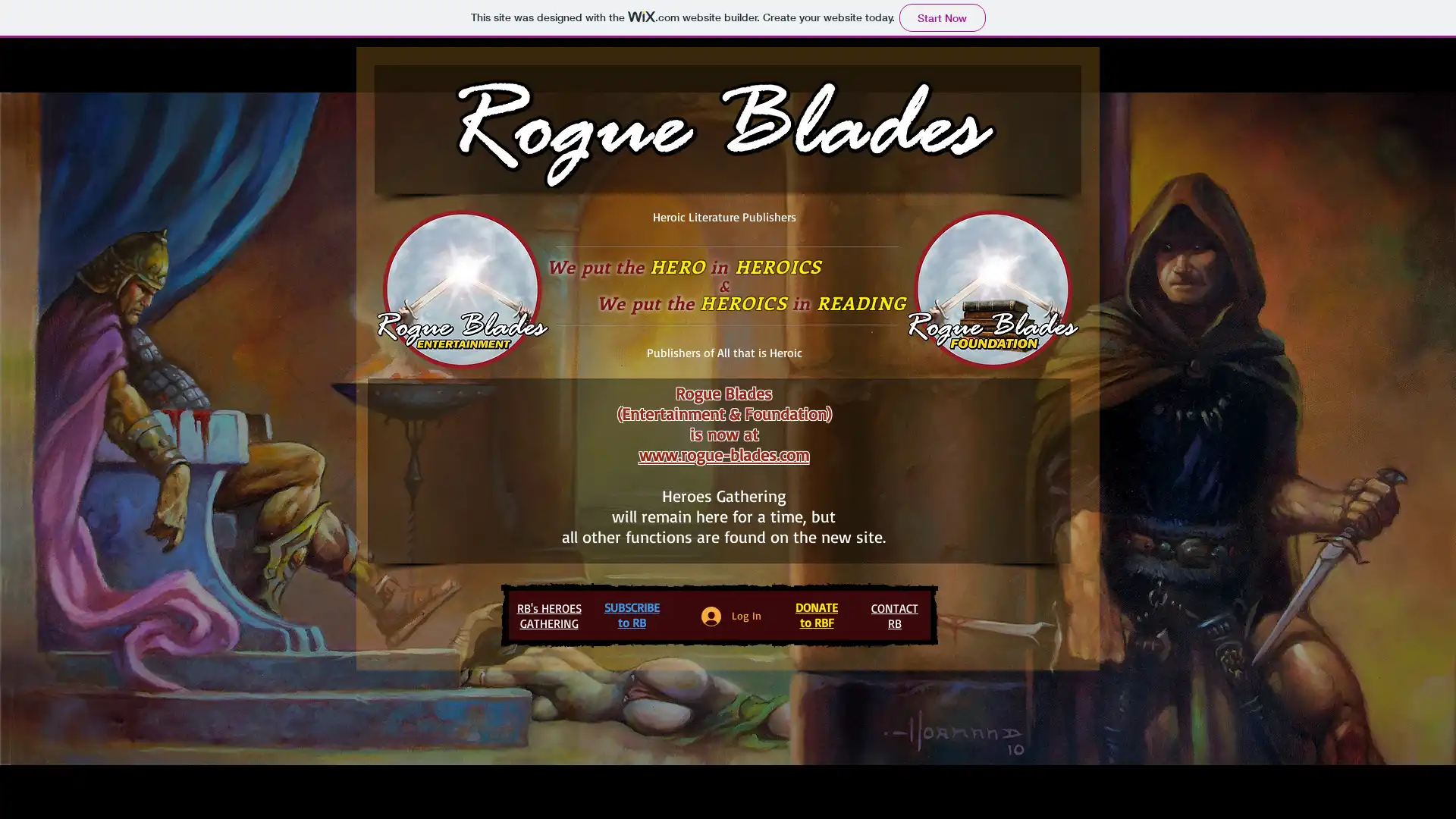 The image size is (1456, 819). What do you see at coordinates (731, 616) in the screenshot?
I see `Log In` at bounding box center [731, 616].